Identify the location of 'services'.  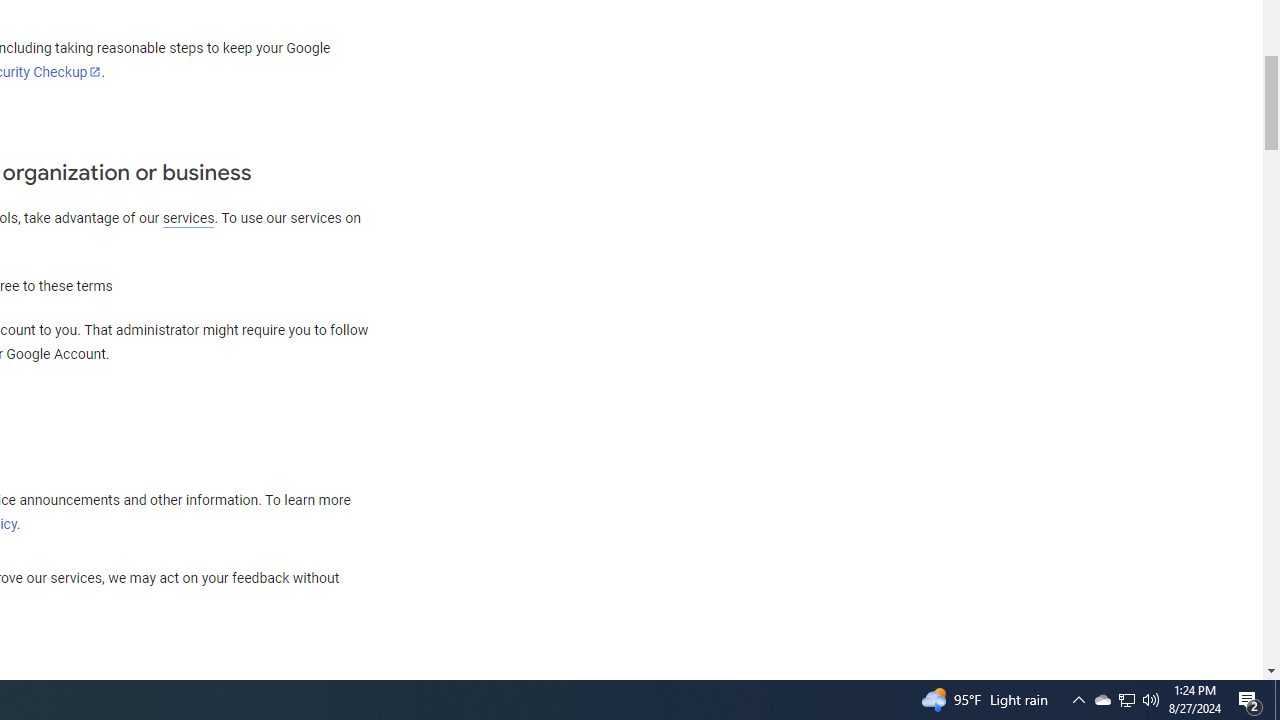
(188, 218).